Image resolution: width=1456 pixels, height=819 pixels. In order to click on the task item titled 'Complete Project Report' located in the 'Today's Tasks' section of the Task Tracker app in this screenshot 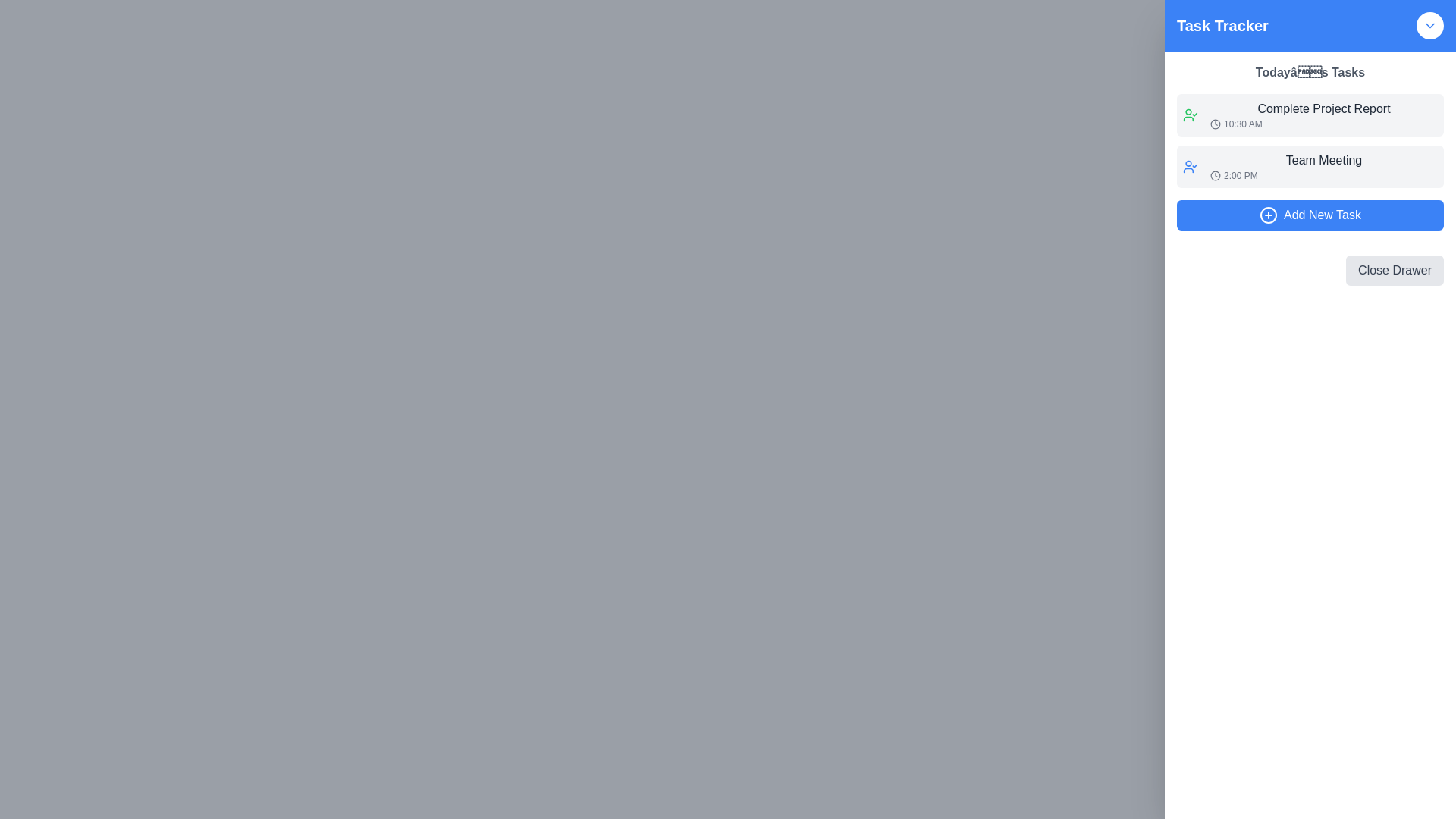, I will do `click(1323, 114)`.